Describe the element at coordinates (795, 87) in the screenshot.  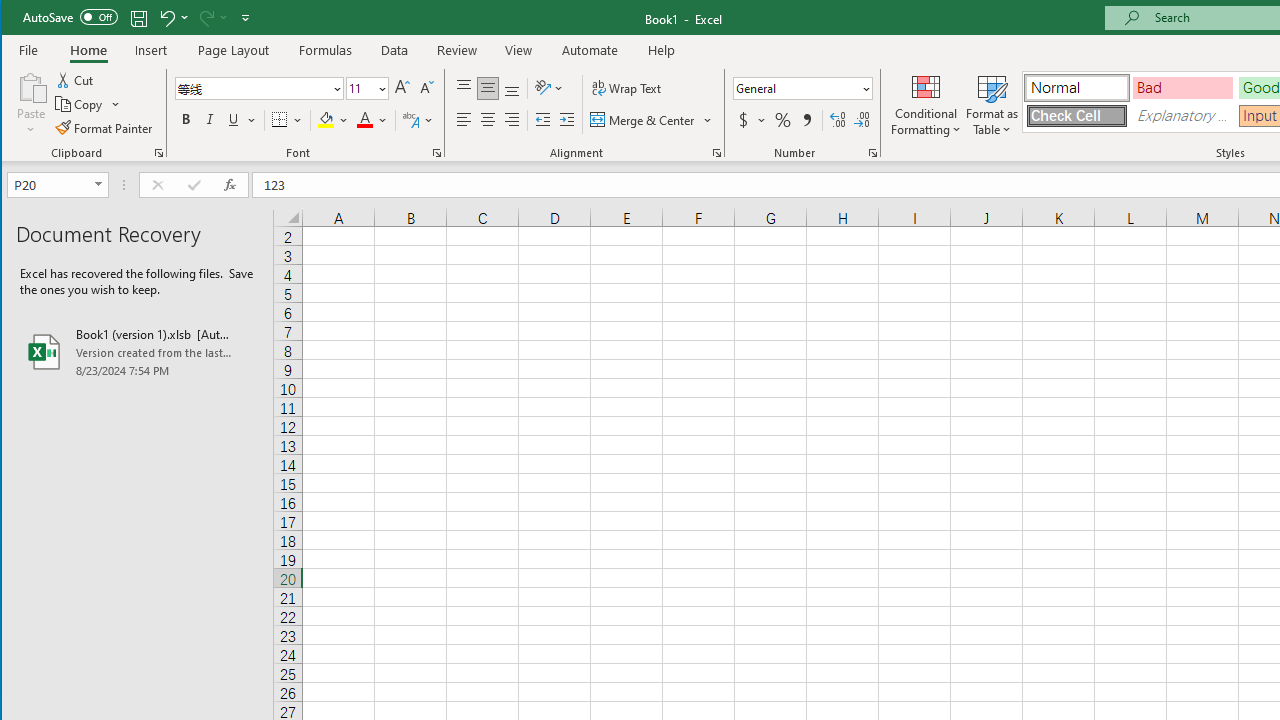
I see `'Number Format'` at that location.